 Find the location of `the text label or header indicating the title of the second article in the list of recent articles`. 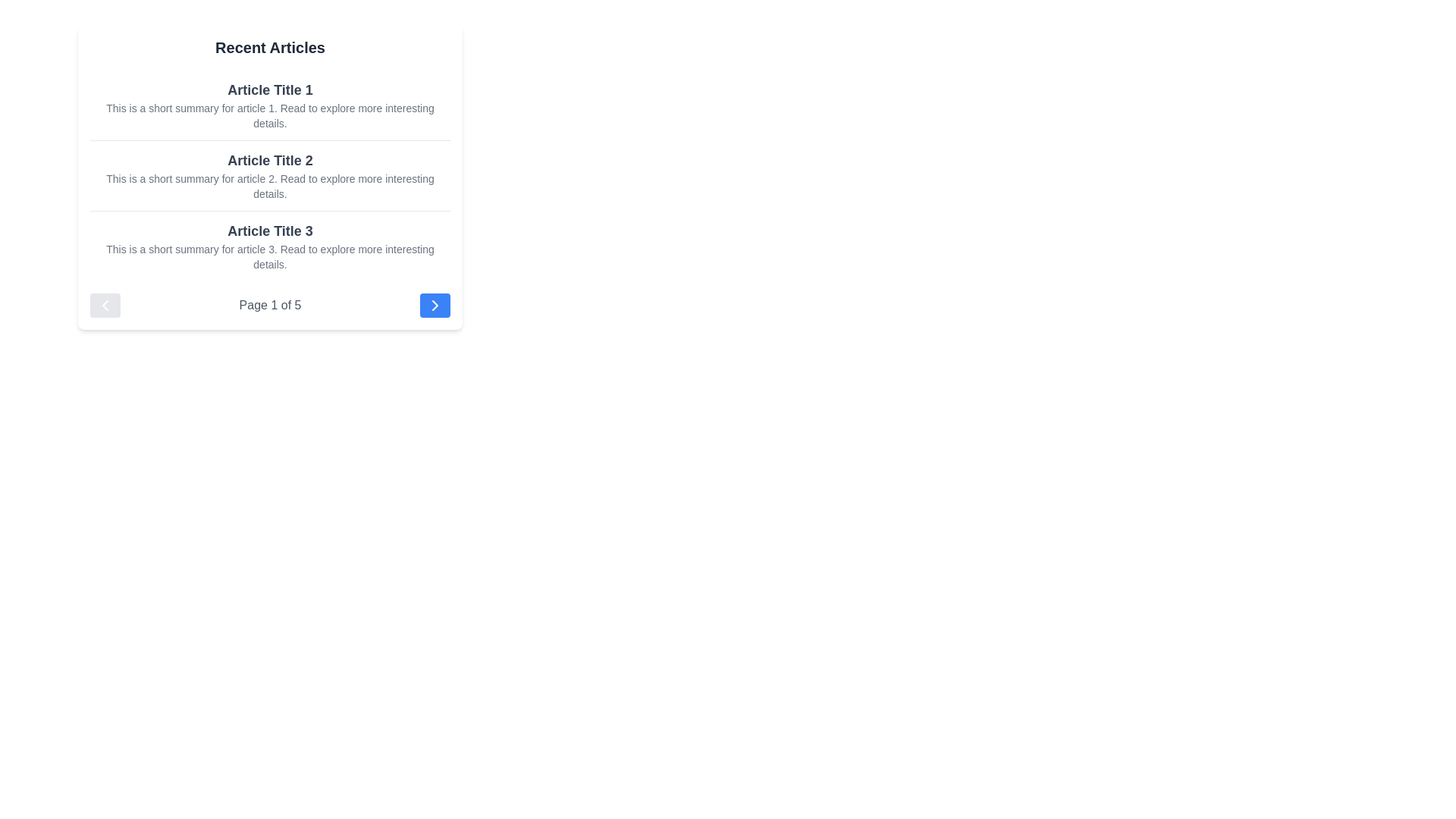

the text label or header indicating the title of the second article in the list of recent articles is located at coordinates (270, 161).